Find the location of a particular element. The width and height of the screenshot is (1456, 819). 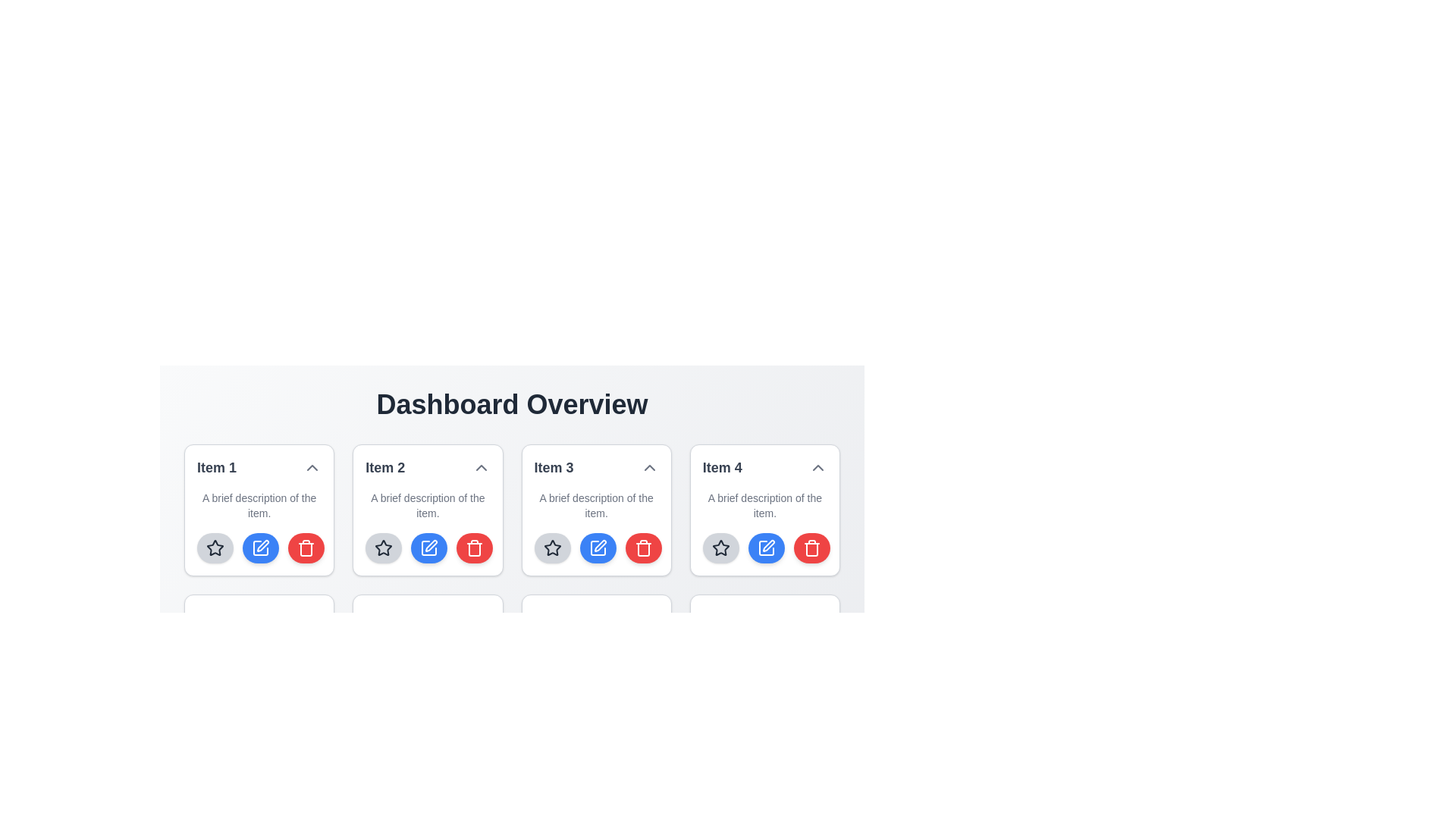

the red trash bin button located at the bottom of the card marked 'Item 4' is located at coordinates (305, 698).